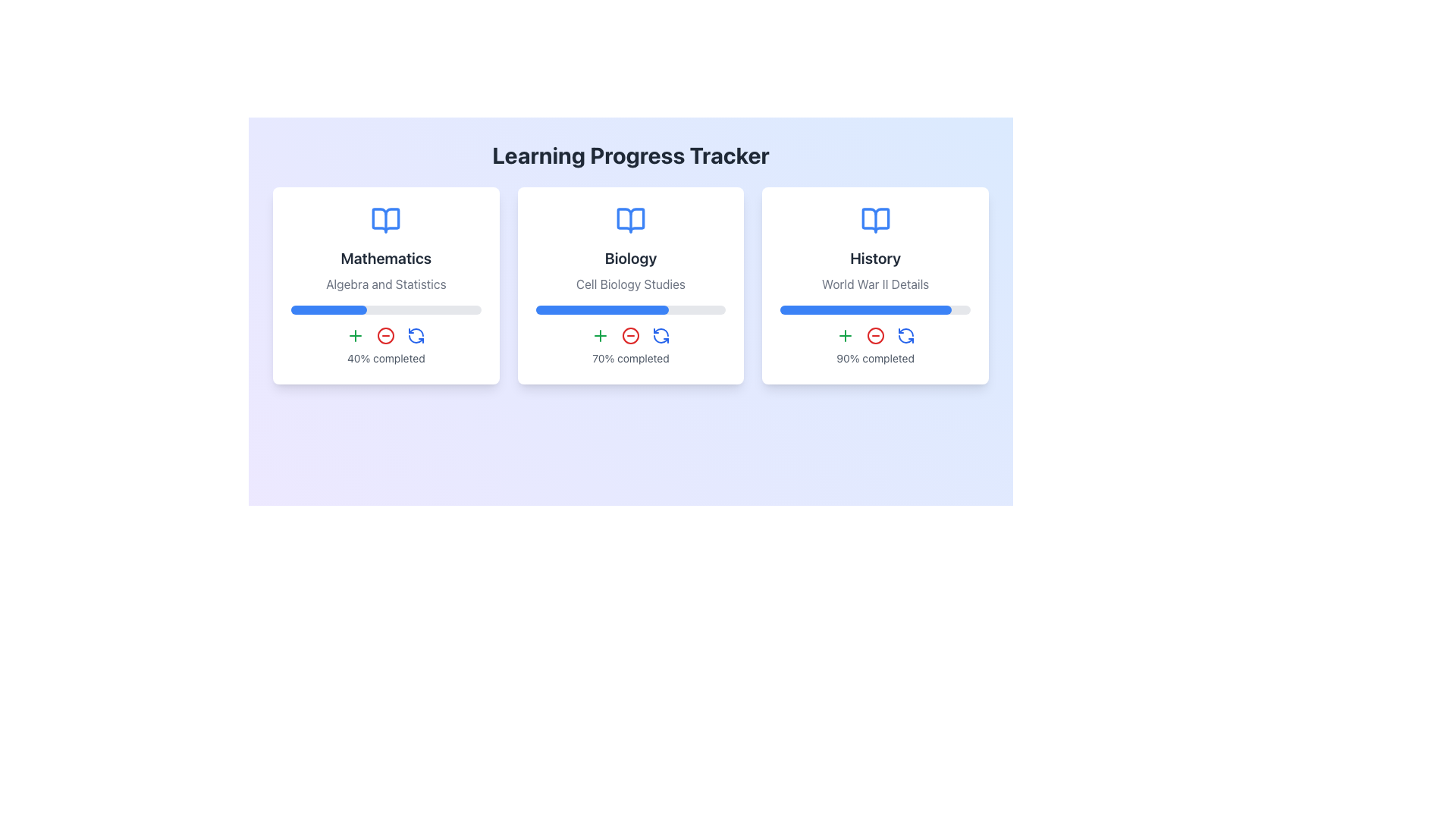 The width and height of the screenshot is (1456, 819). Describe the element at coordinates (386, 284) in the screenshot. I see `the descriptive subtitle text label located below the bold heading labeled 'Mathematics' in the first card of three horizontally aligned cards` at that location.